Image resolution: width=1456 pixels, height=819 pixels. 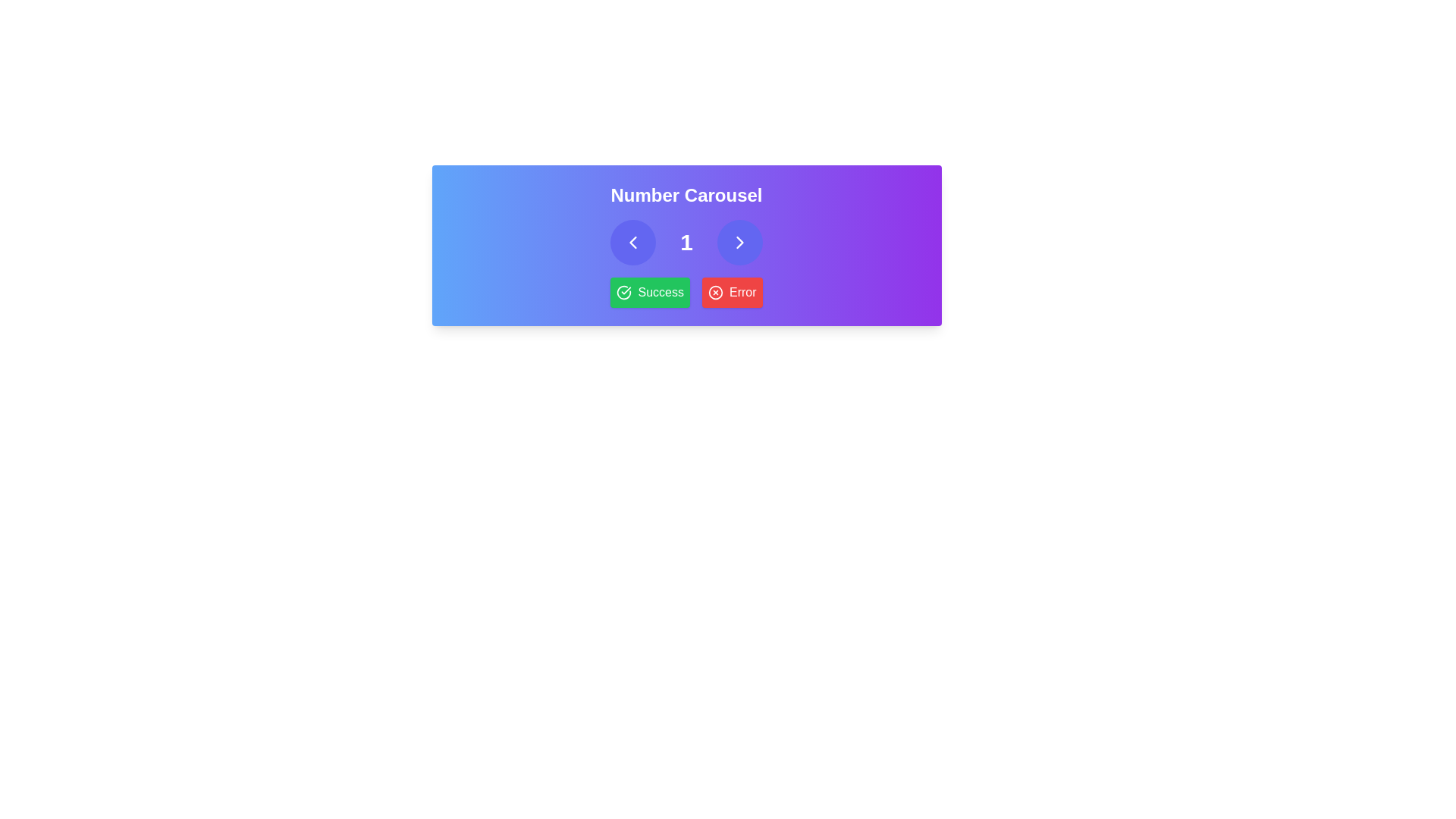 I want to click on the green 'Success' button with a checkmark icon located below the 'Number Carousel' title, so click(x=650, y=292).